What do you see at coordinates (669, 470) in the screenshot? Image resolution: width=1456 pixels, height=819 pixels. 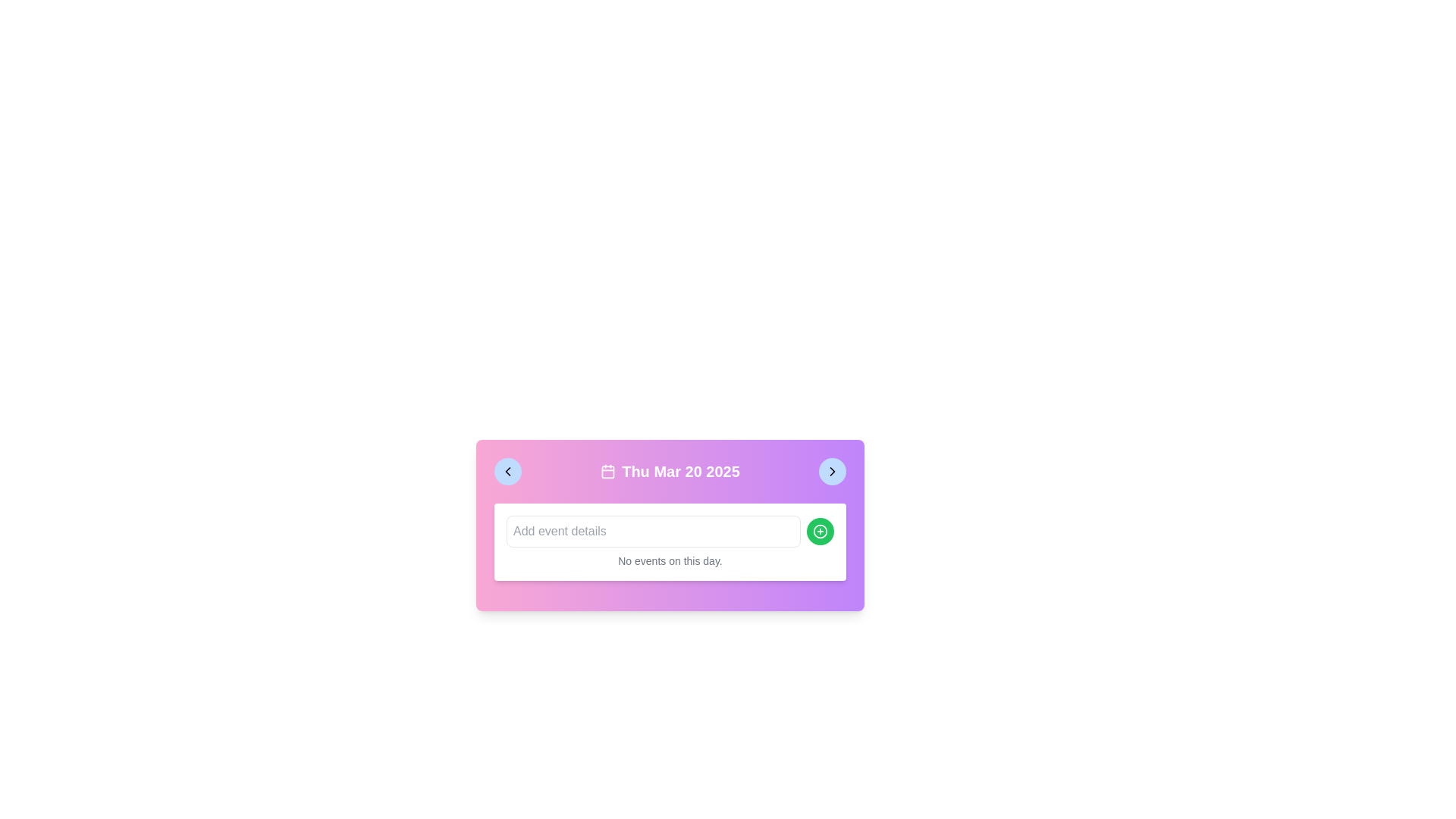 I see `the text label displaying the date 'Thu Mar 20 2025', which is styled with bold white text and positioned at the top of the calendar interface, flanked by navigation chevrons` at bounding box center [669, 470].